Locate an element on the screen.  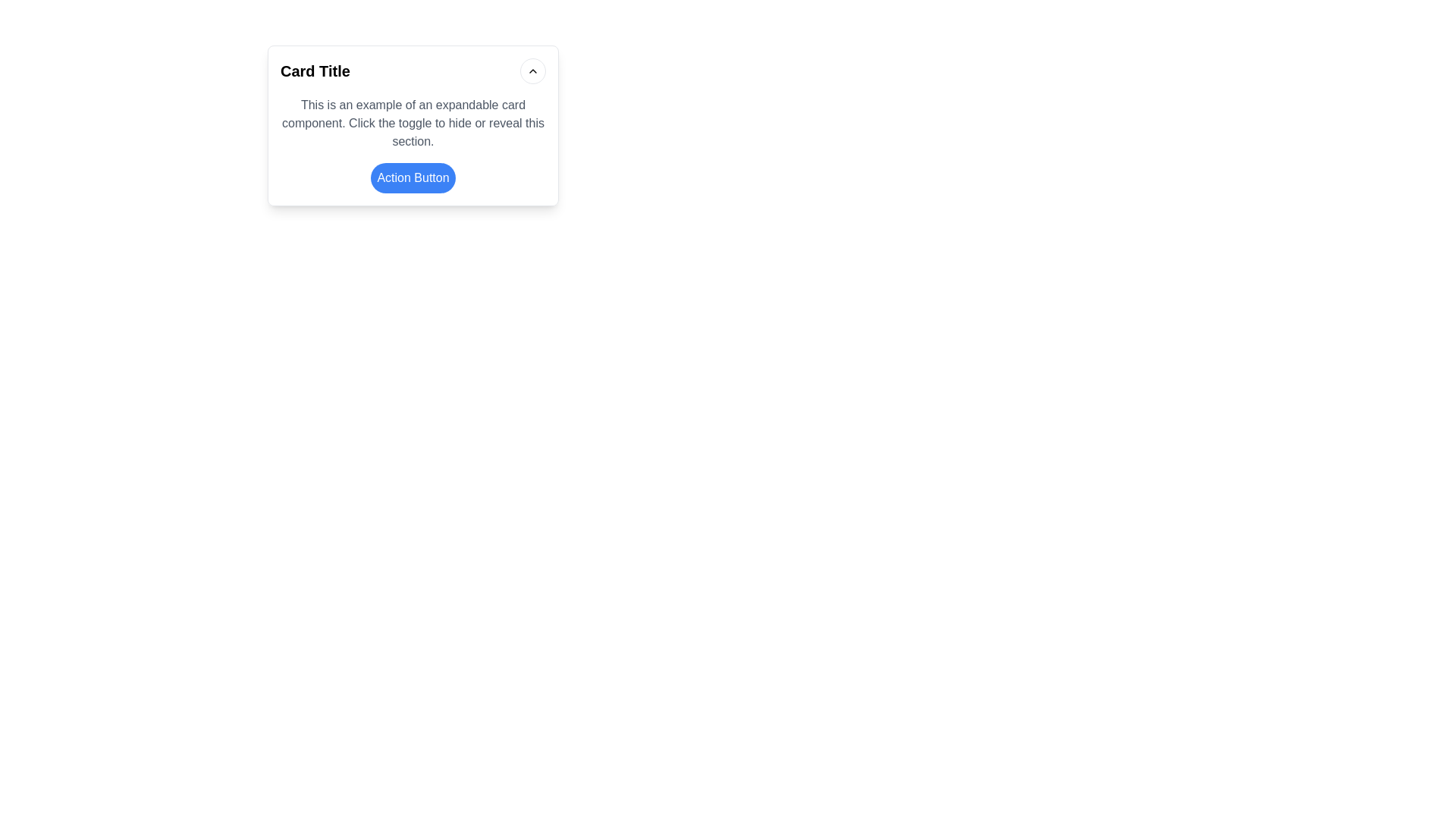
the chevron-shaped upward arrow icon within the circular button located in the top-right corner of the card is located at coordinates (532, 71).